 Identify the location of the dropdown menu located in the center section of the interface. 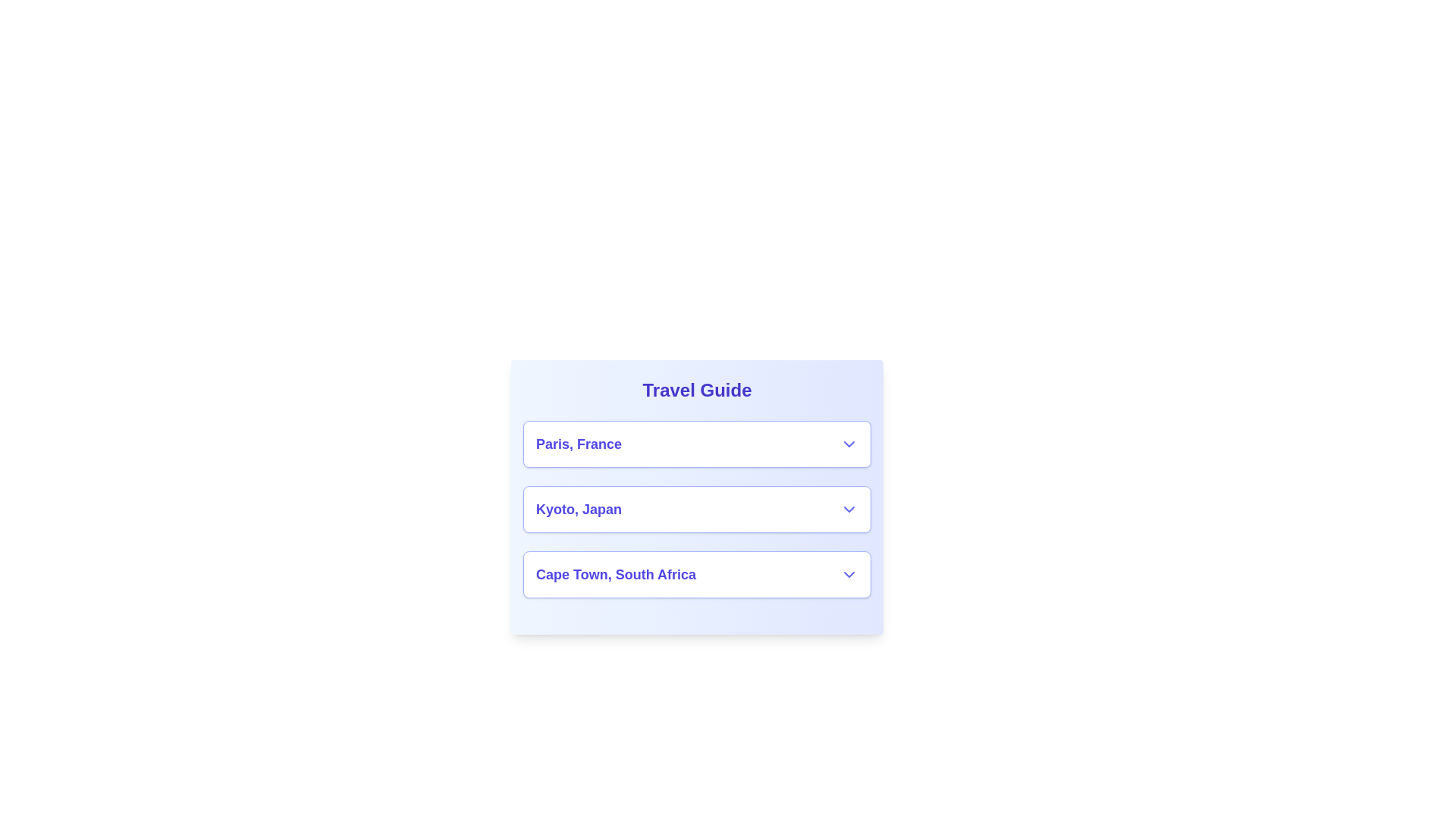
(696, 509).